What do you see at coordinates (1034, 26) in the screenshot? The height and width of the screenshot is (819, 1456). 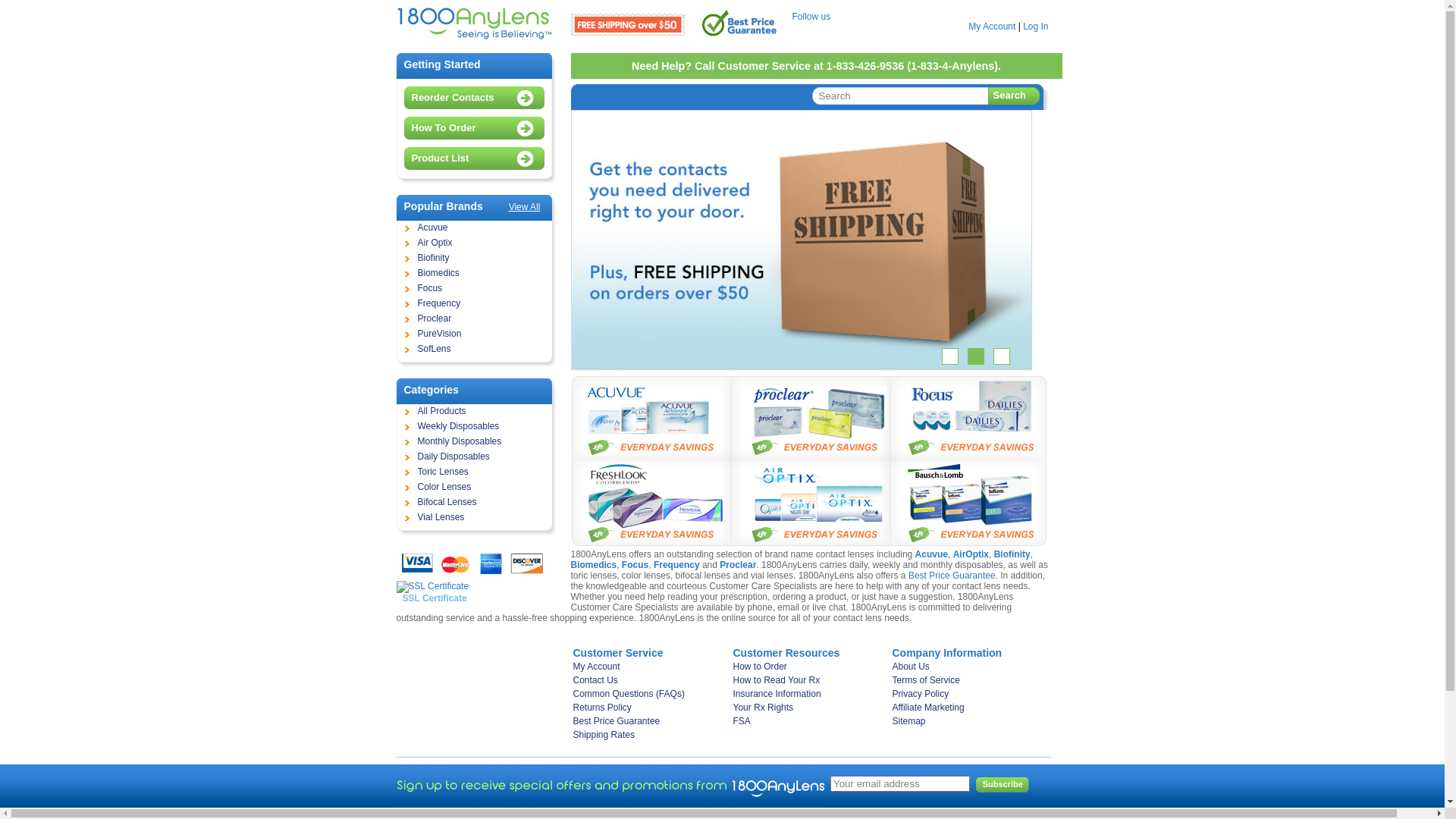 I see `'Log In'` at bounding box center [1034, 26].